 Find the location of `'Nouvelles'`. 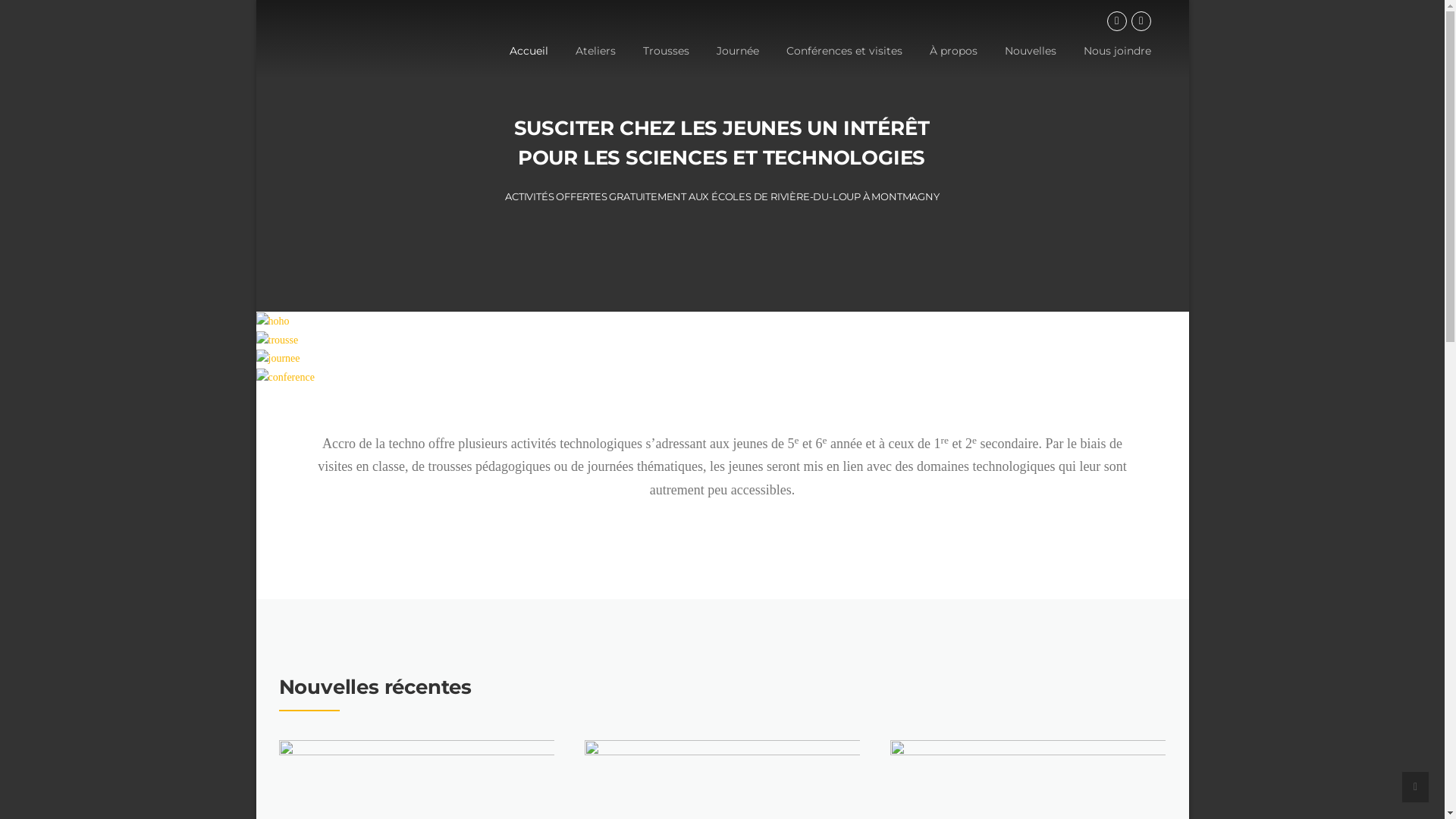

'Nouvelles' is located at coordinates (1030, 62).